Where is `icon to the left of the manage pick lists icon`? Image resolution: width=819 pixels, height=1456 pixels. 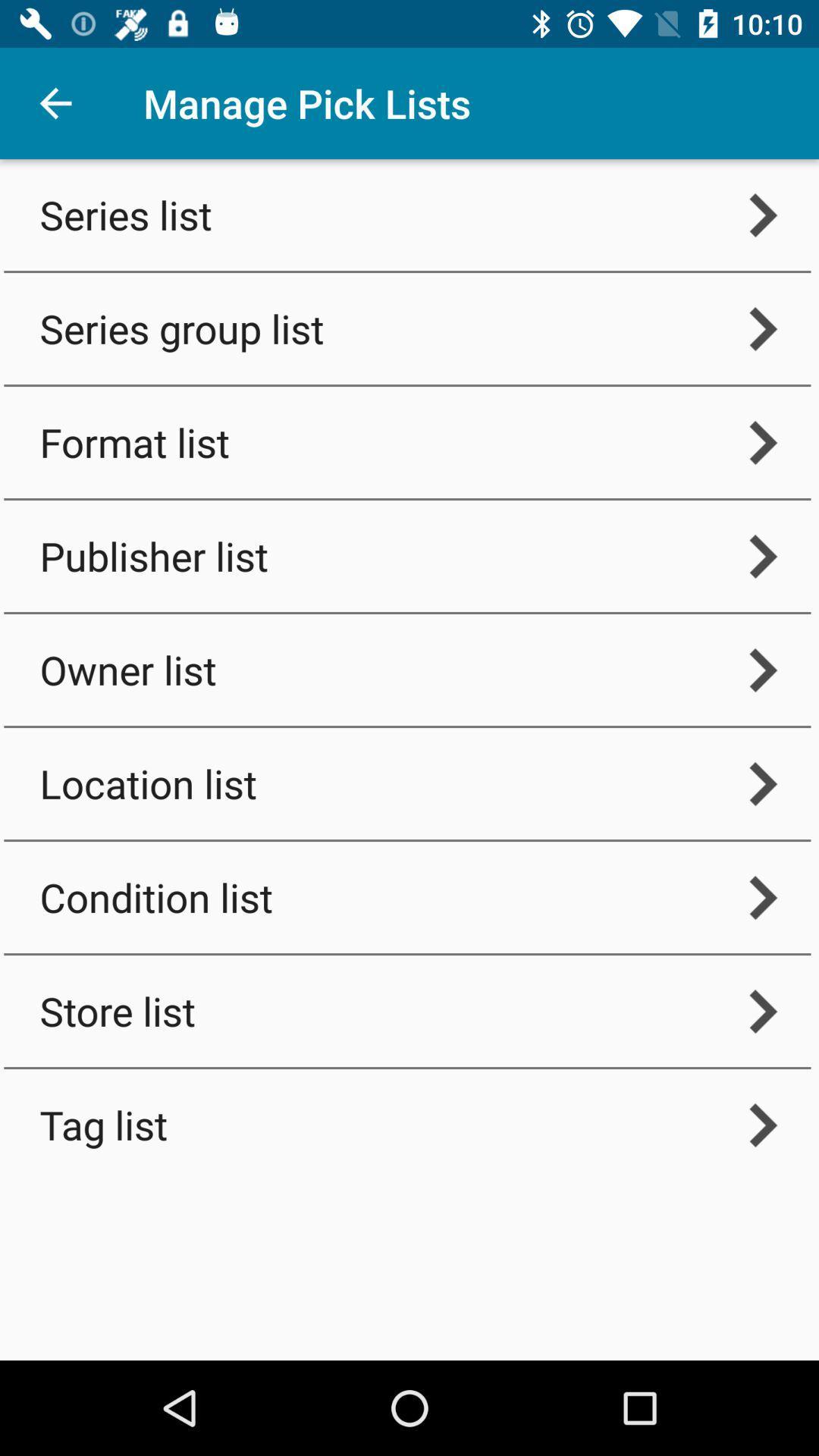
icon to the left of the manage pick lists icon is located at coordinates (55, 102).